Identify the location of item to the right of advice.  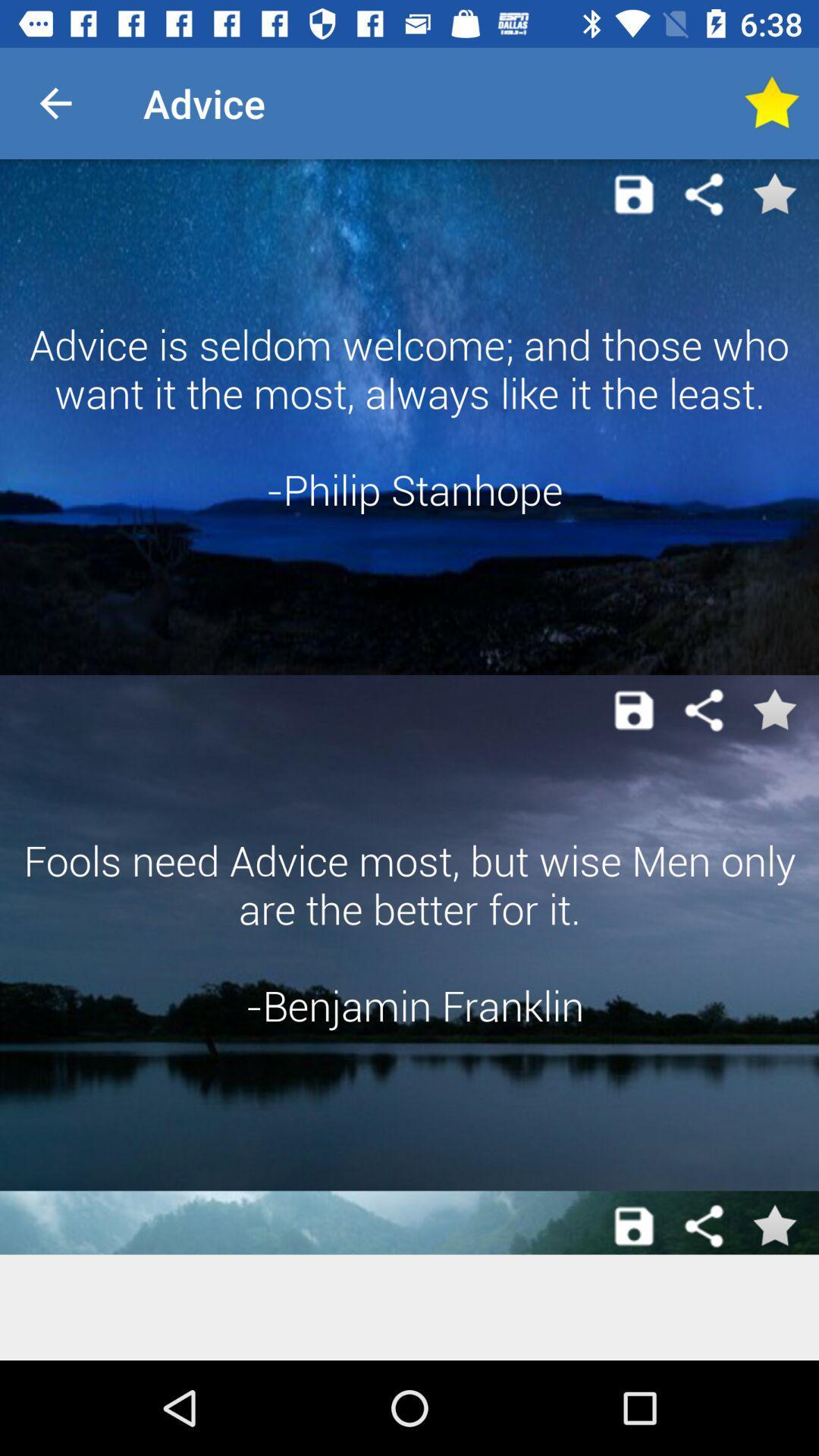
(771, 102).